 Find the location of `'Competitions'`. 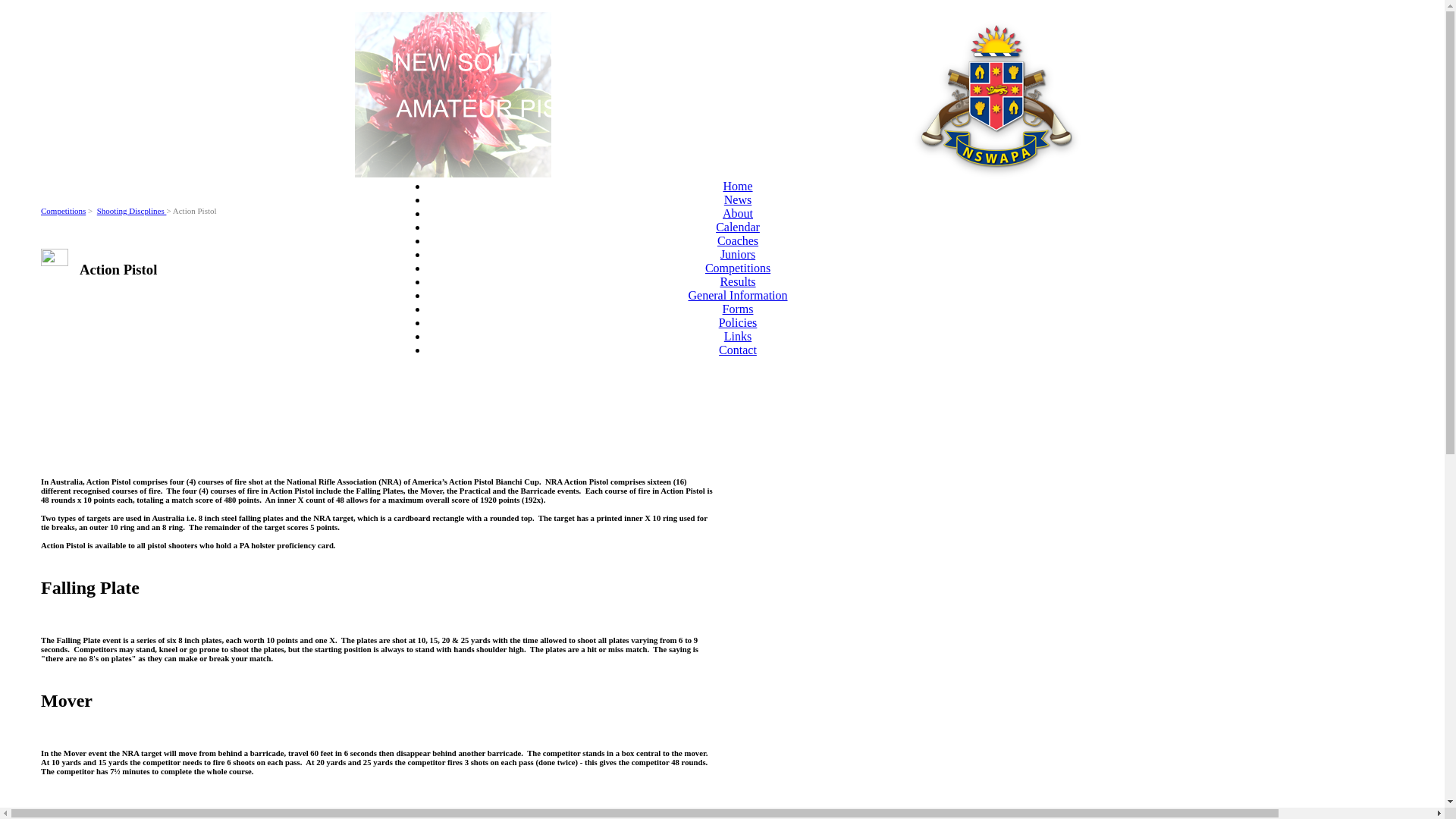

'Competitions' is located at coordinates (62, 210).